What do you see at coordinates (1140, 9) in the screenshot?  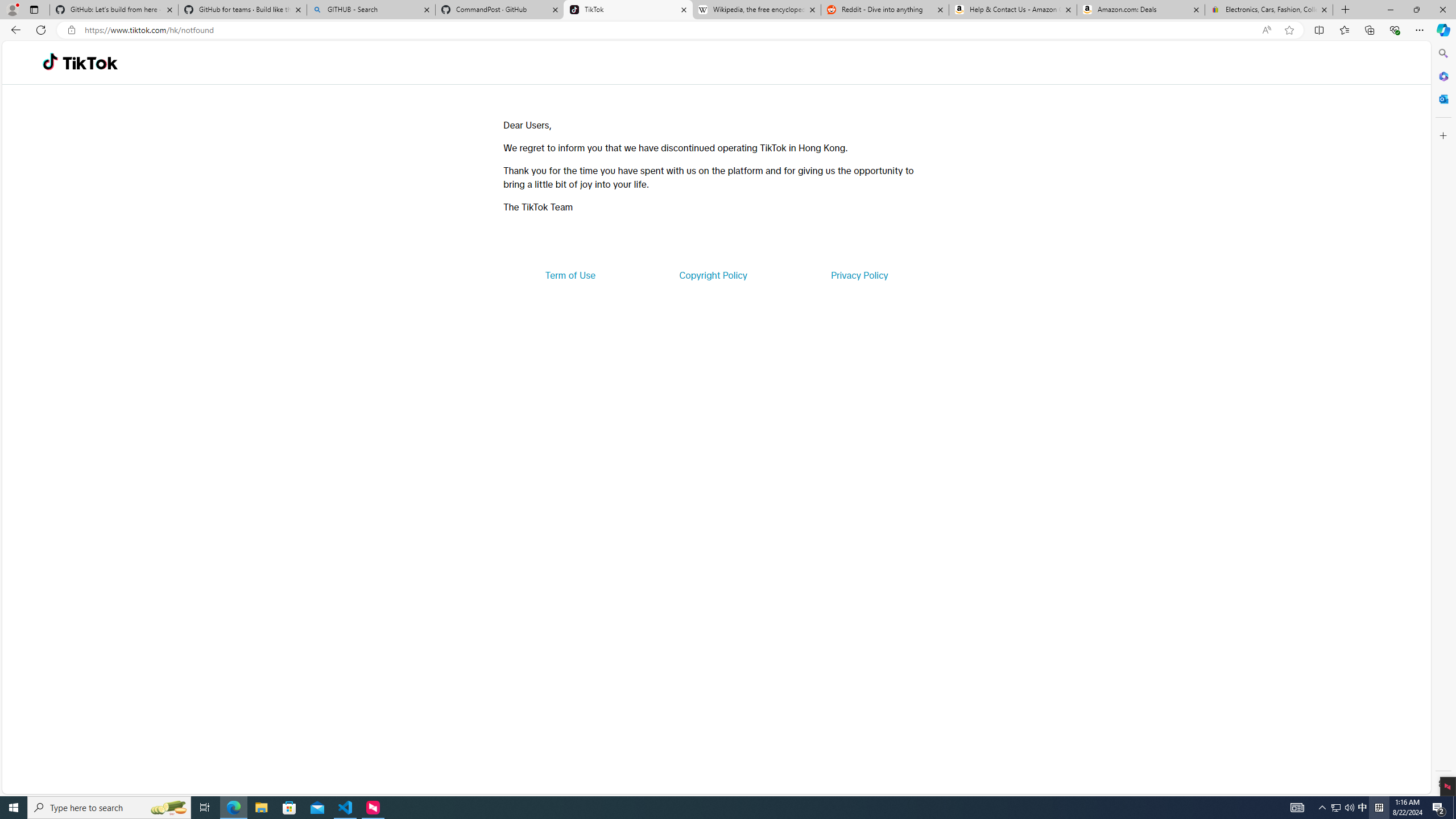 I see `'Amazon.com: Deals'` at bounding box center [1140, 9].